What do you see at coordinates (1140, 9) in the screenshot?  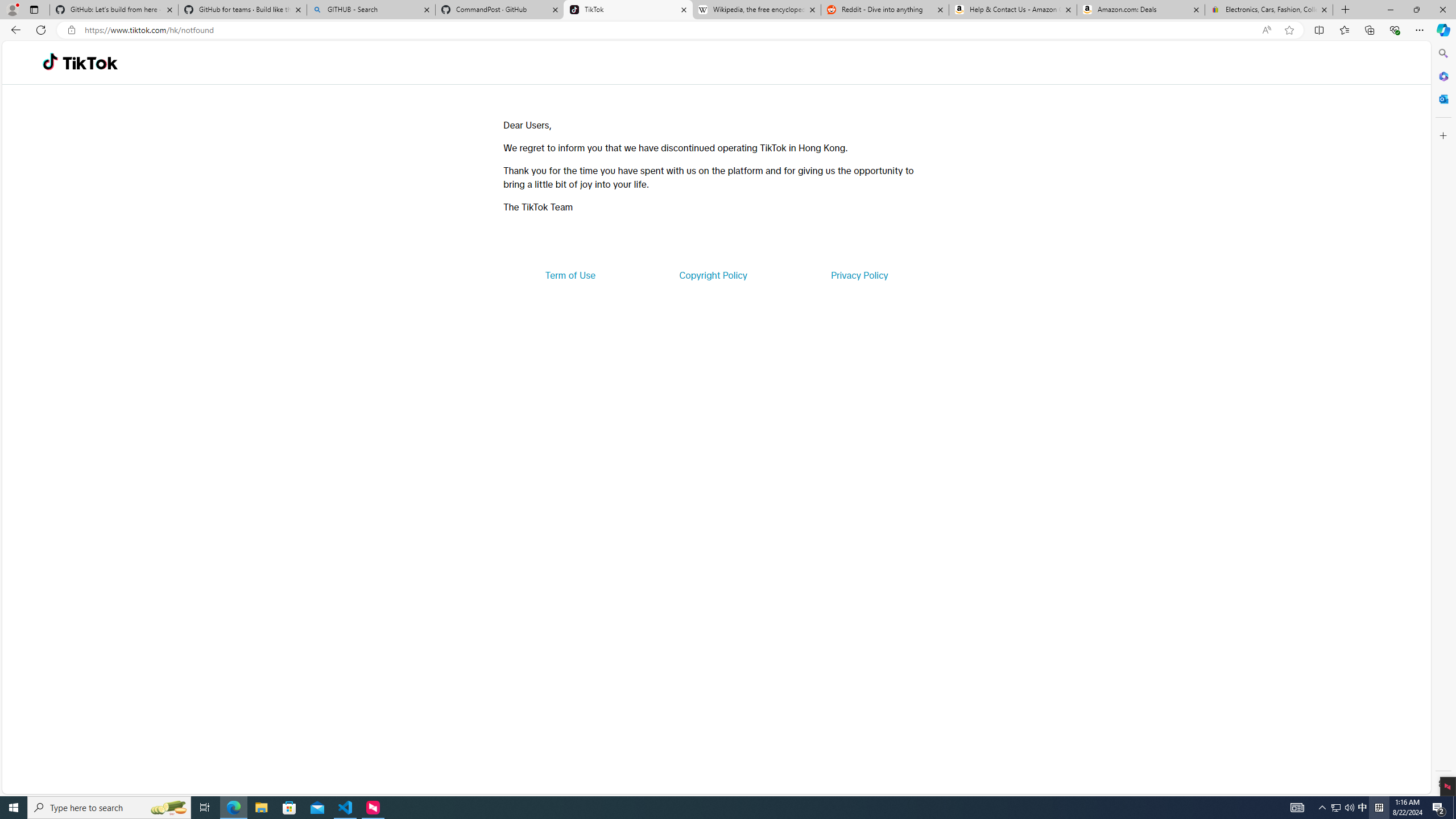 I see `'Amazon.com: Deals'` at bounding box center [1140, 9].